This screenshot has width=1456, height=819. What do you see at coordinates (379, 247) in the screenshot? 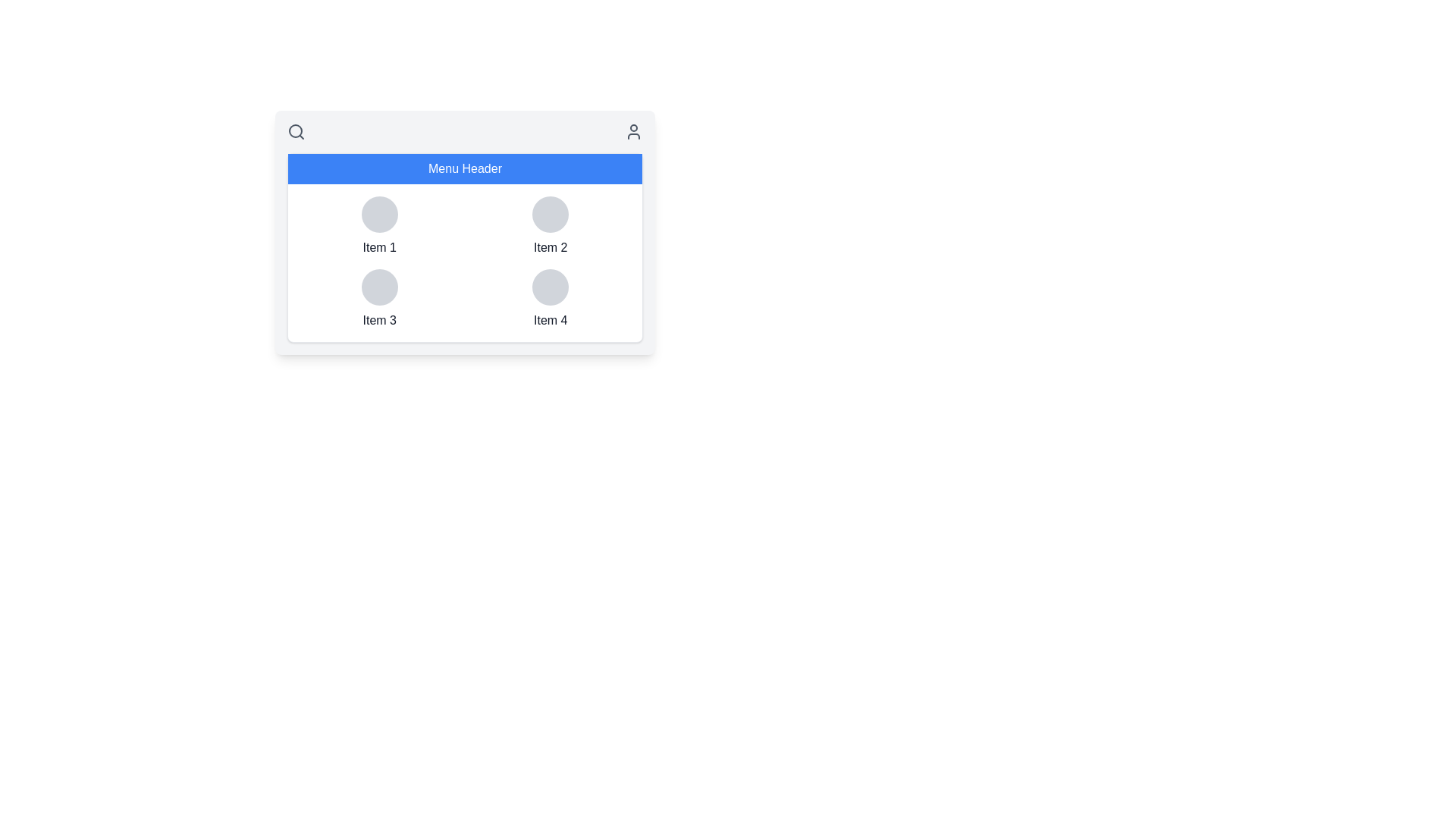
I see `the static text label 'Item 1' located in the top-left quadrant of the grid layout, directly below its associated circular icon` at bounding box center [379, 247].